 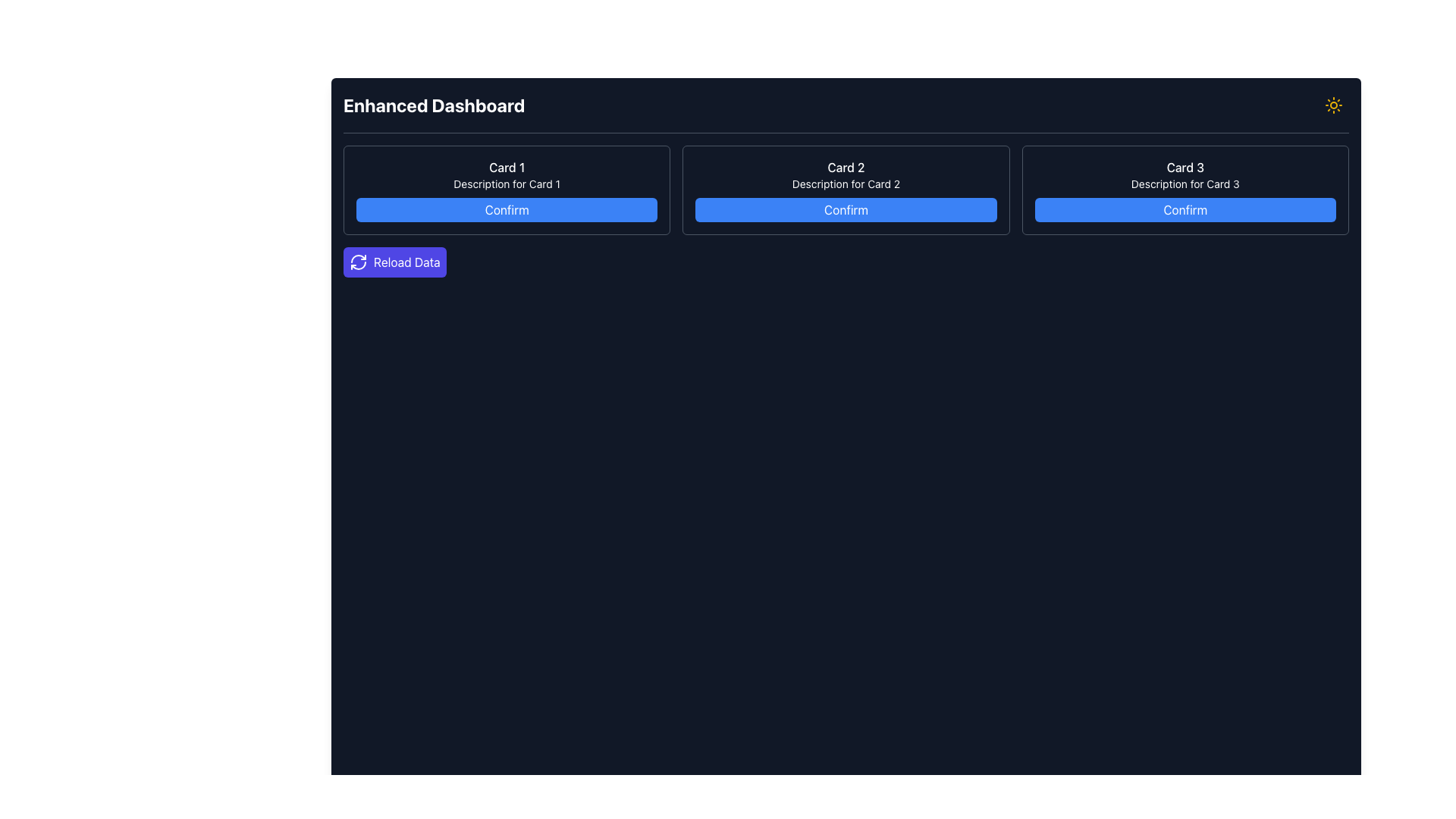 I want to click on the static text label reading 'Card 2', which is bold and centered in the second card of a horizontal series, located above the description and confirmation button, so click(x=845, y=167).